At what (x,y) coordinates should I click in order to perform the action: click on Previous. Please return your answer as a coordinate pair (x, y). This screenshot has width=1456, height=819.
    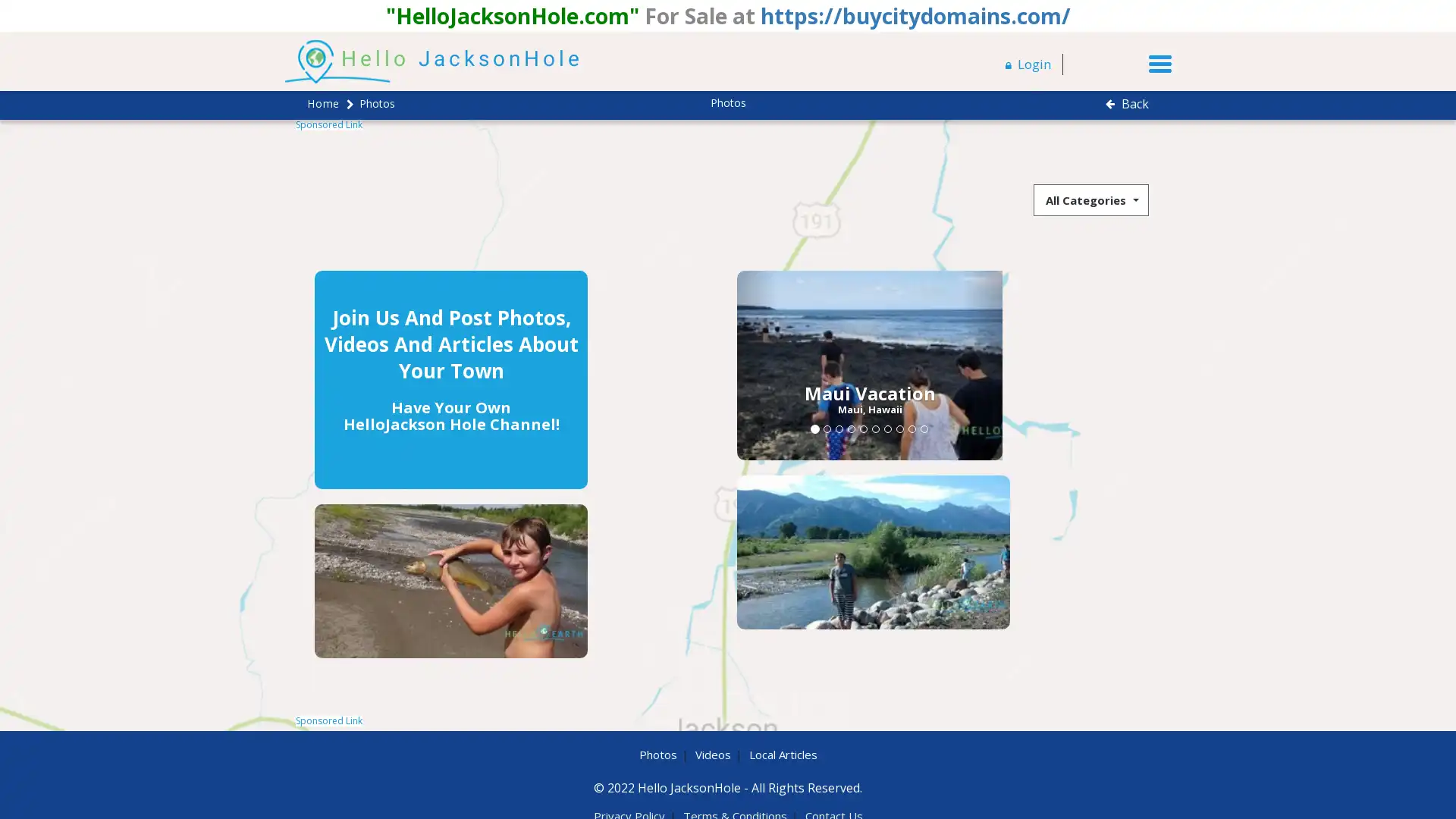
    Looking at the image, I should click on (622, 365).